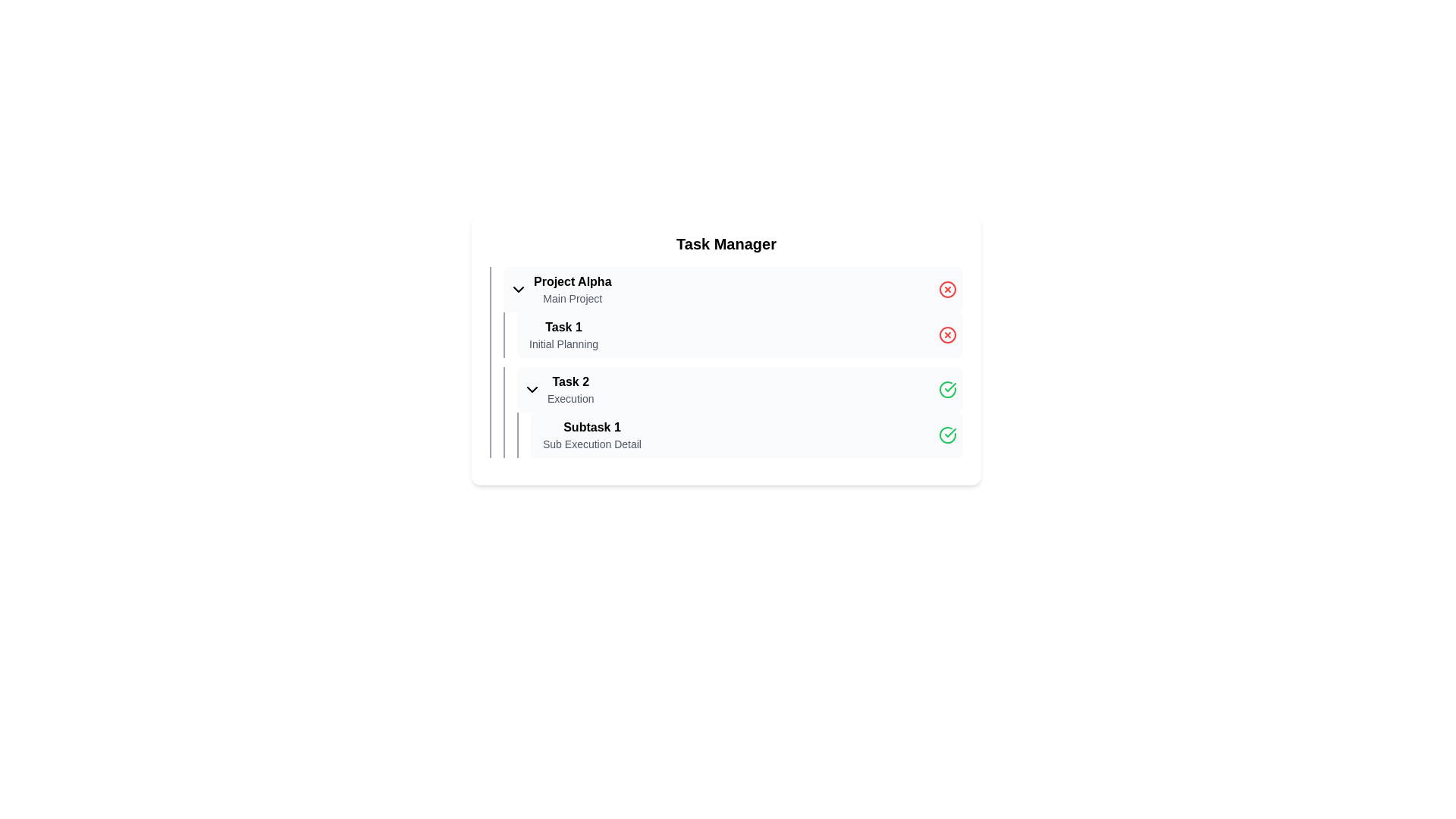 Image resolution: width=1456 pixels, height=819 pixels. What do you see at coordinates (570, 397) in the screenshot?
I see `the text label displaying 'Execution', which is styled with gray color and positioned directly below 'Task 2'` at bounding box center [570, 397].